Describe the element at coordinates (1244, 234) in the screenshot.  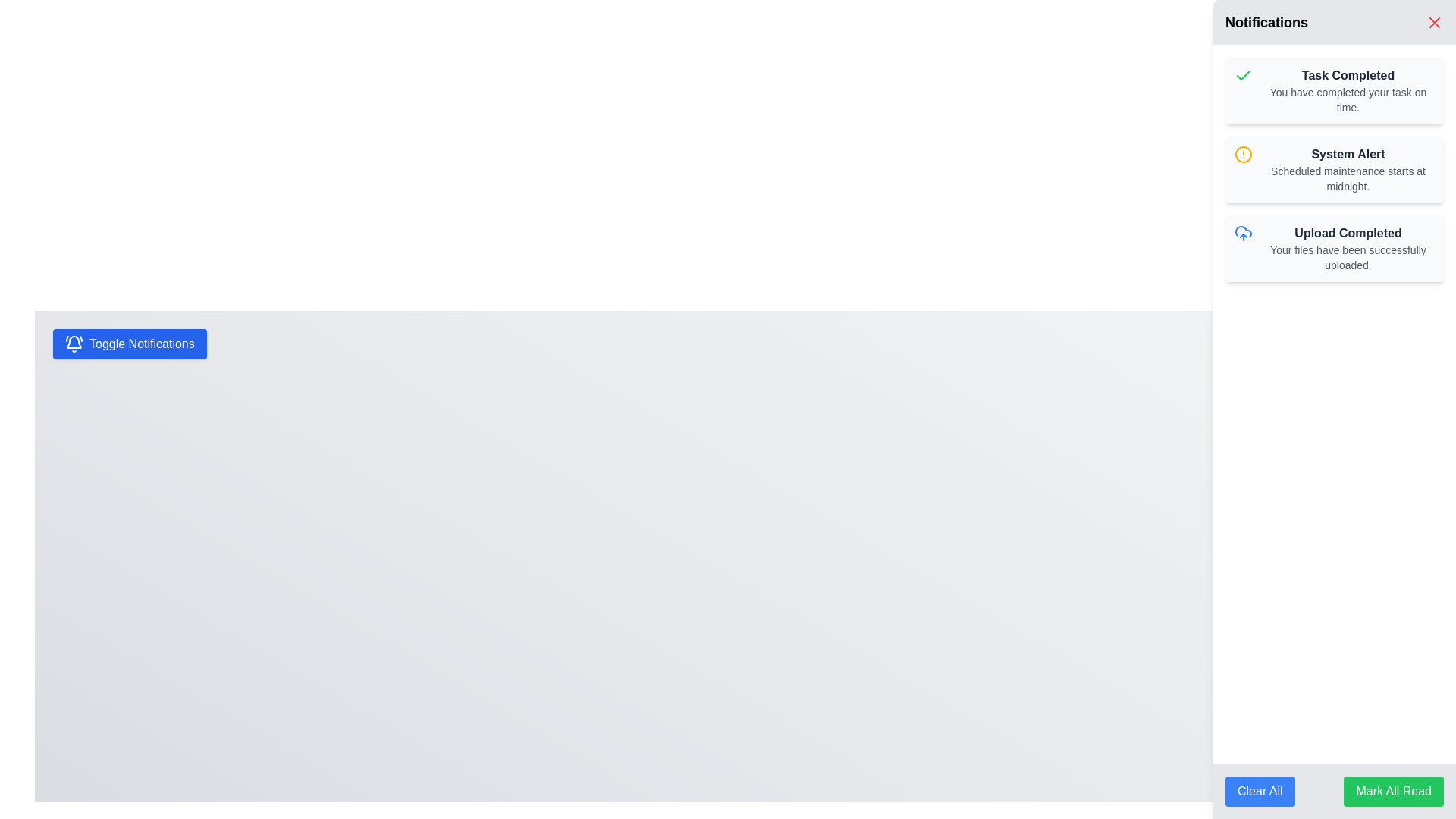
I see `the 'Upload Completed' notification icon, which is positioned to the left of the text content within the notification card` at that location.